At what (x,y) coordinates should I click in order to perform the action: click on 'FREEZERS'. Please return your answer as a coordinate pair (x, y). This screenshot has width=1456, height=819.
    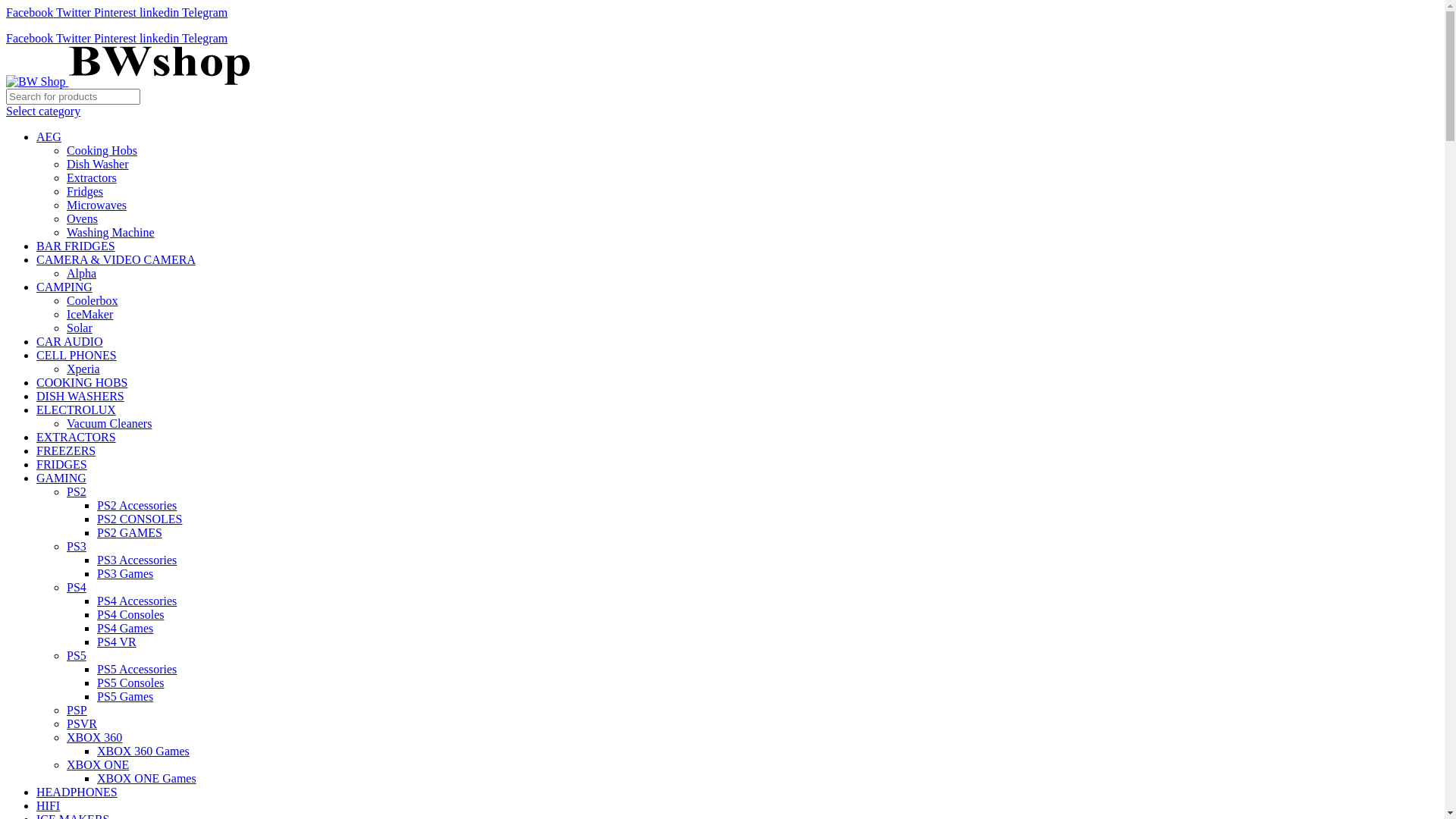
    Looking at the image, I should click on (36, 450).